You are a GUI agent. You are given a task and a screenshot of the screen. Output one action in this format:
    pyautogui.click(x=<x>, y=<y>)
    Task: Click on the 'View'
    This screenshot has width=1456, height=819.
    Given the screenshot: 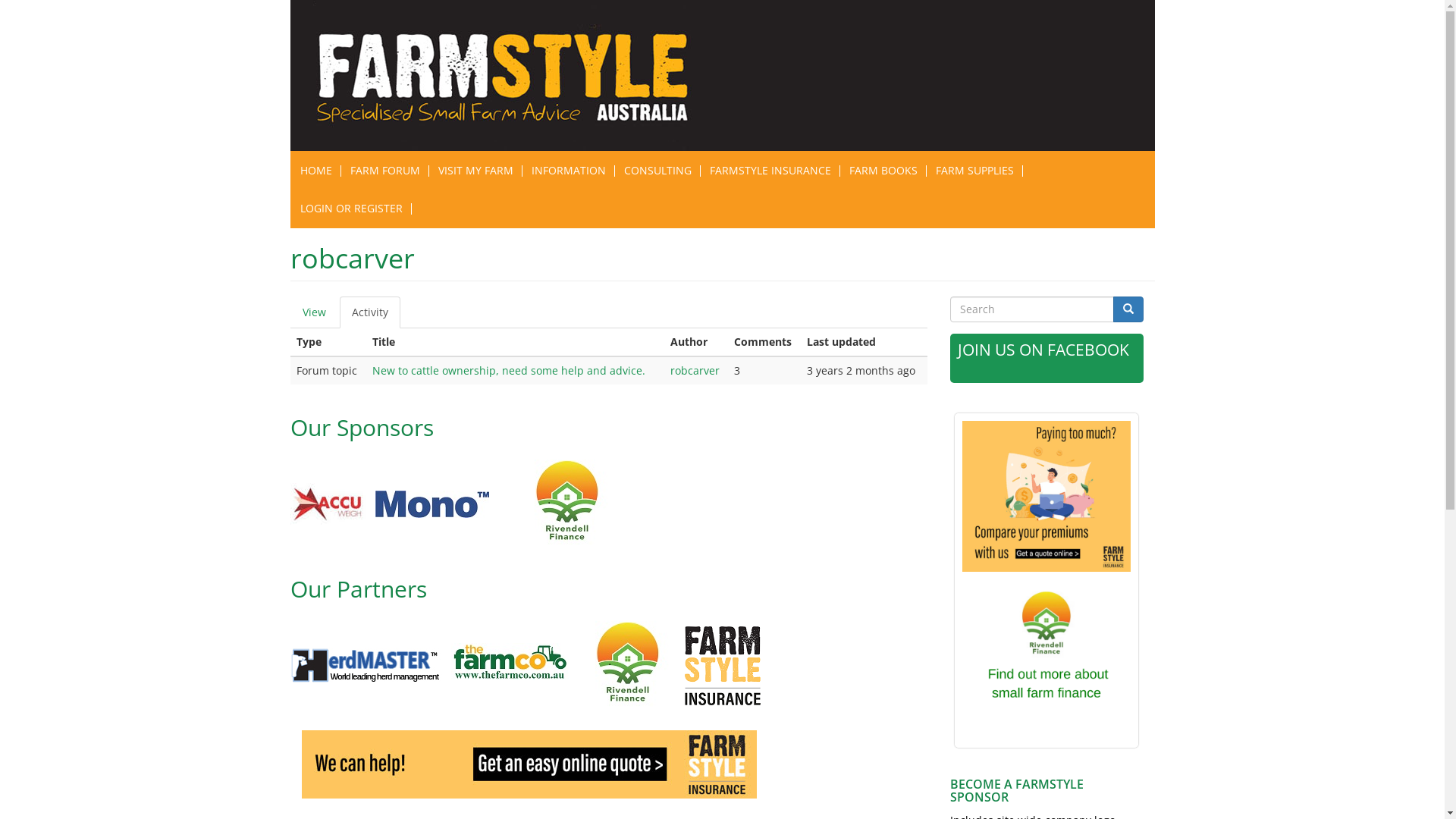 What is the action you would take?
    pyautogui.click(x=312, y=312)
    